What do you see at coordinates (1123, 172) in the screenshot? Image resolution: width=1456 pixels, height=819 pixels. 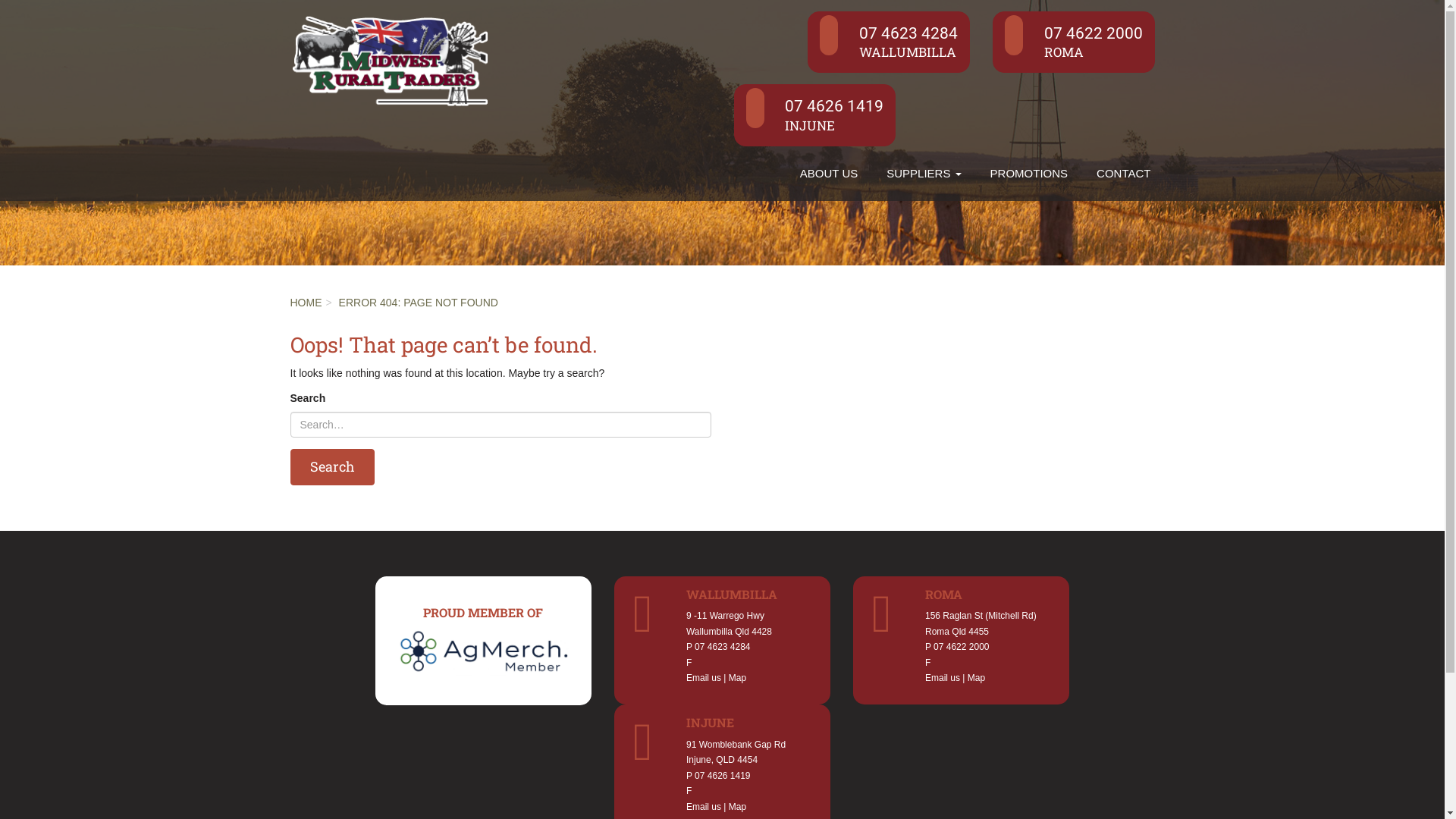 I see `'CONTACT'` at bounding box center [1123, 172].